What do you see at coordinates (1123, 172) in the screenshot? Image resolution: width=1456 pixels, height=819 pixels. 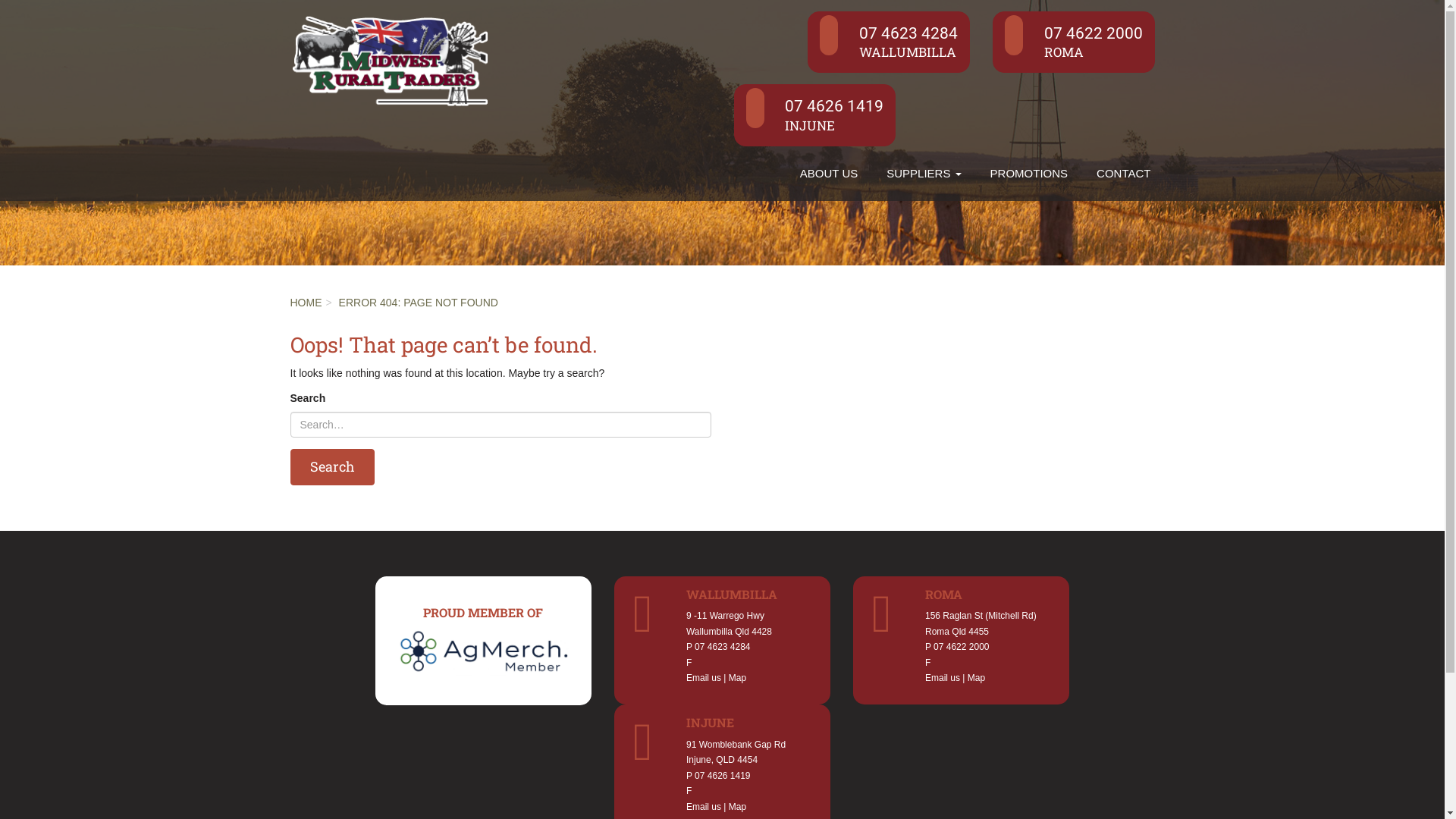 I see `'CONTACT'` at bounding box center [1123, 172].